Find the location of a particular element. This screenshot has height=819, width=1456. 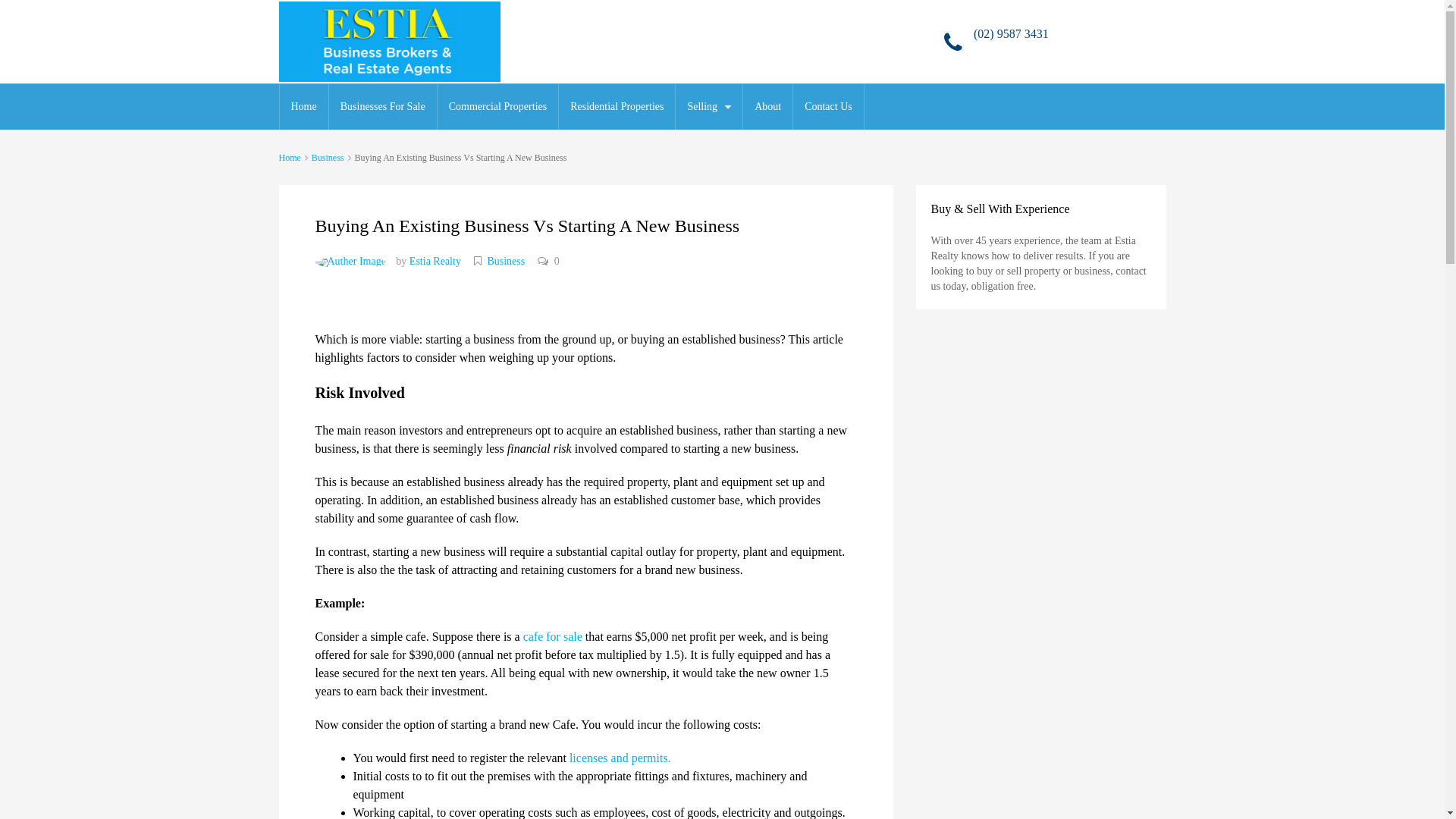

'Contact Us' is located at coordinates (827, 106).